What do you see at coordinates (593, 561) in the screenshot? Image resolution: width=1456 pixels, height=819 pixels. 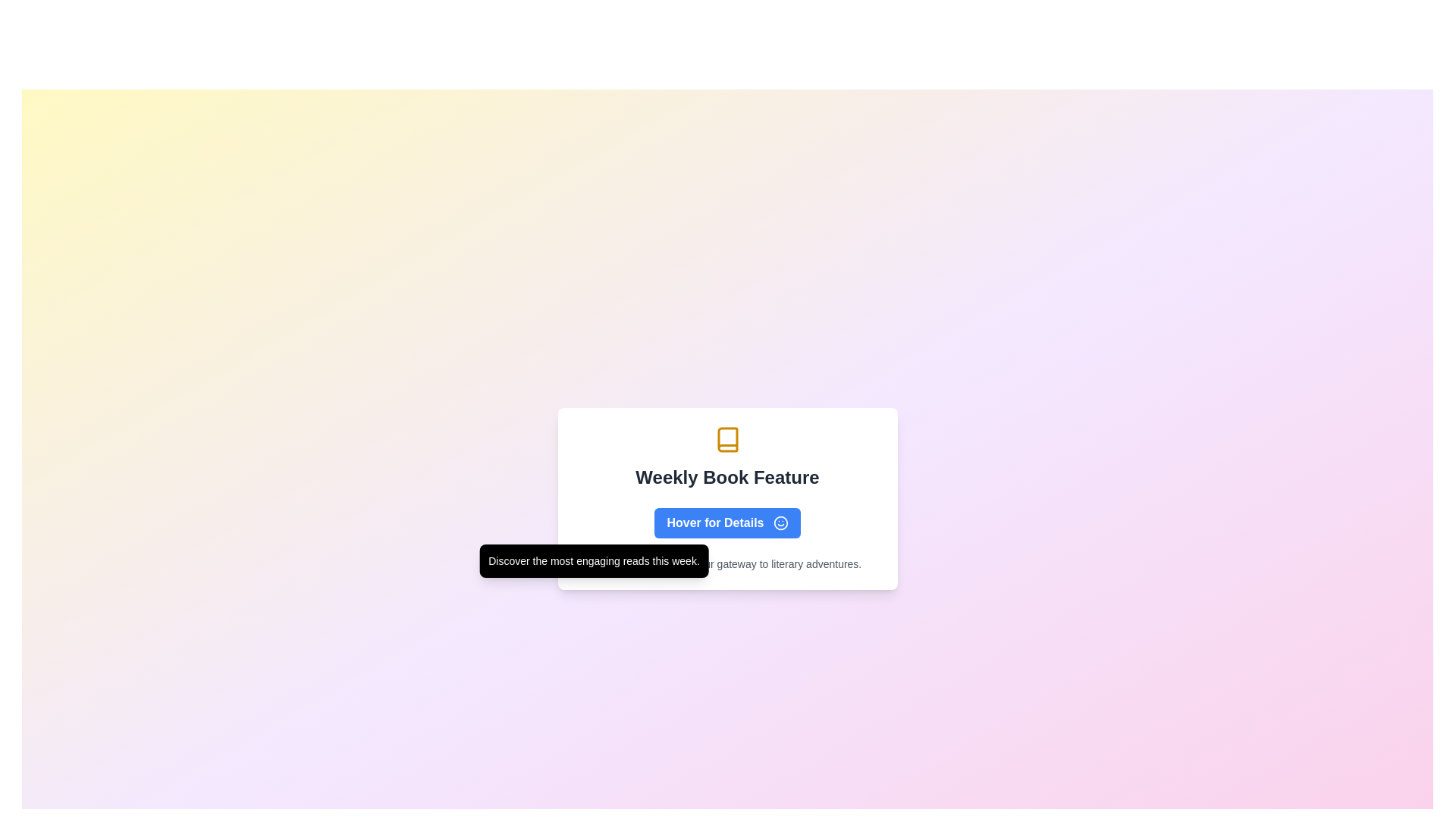 I see `the tooltip that provides additional informational text about engaging reads for the week, located below the 'Hover for Details' button` at bounding box center [593, 561].